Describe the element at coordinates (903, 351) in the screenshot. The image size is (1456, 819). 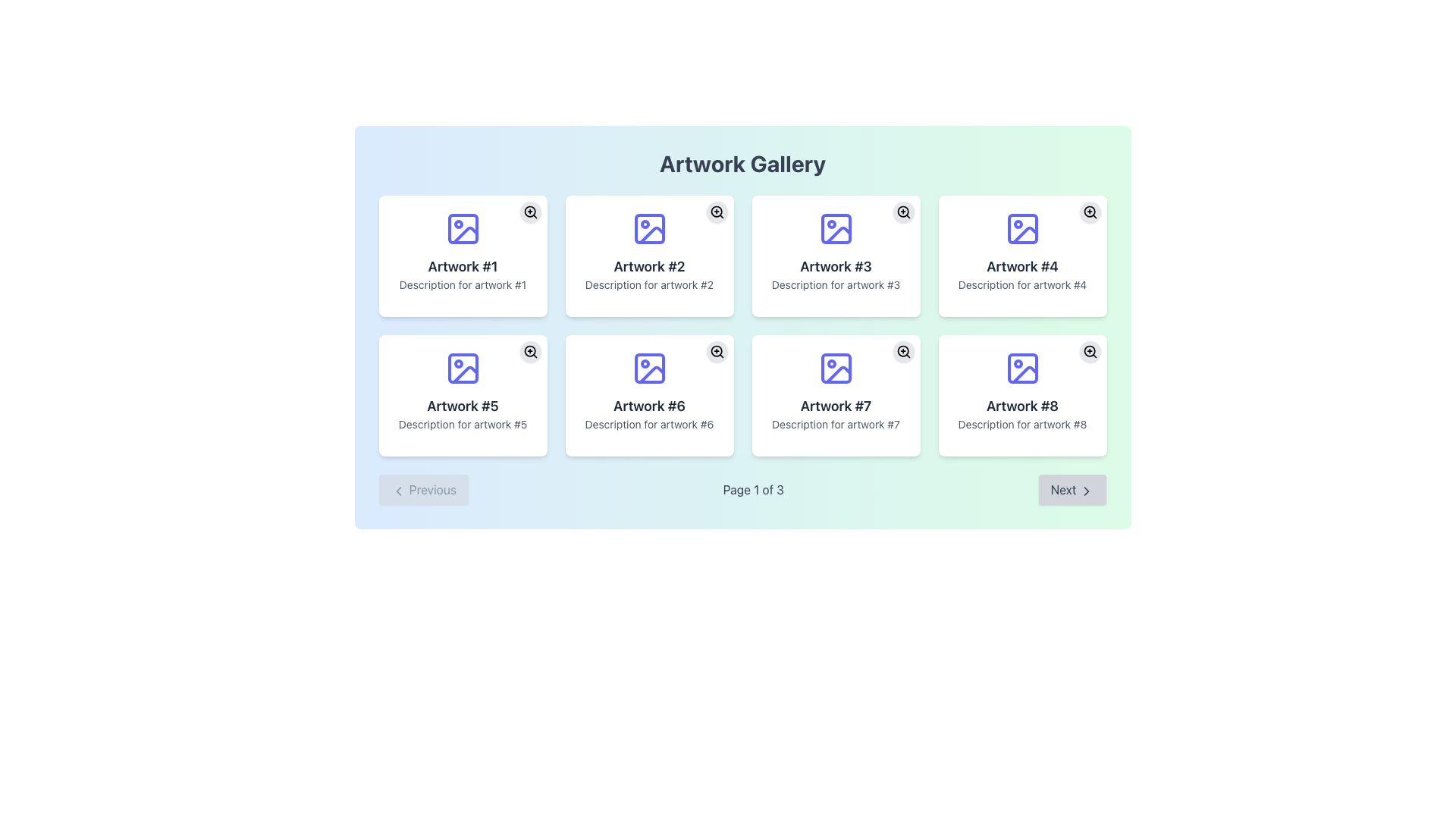
I see `the magnifying glass icon with a '+' symbol inside located in the top-right corner of the 'Artwork #7' card` at that location.